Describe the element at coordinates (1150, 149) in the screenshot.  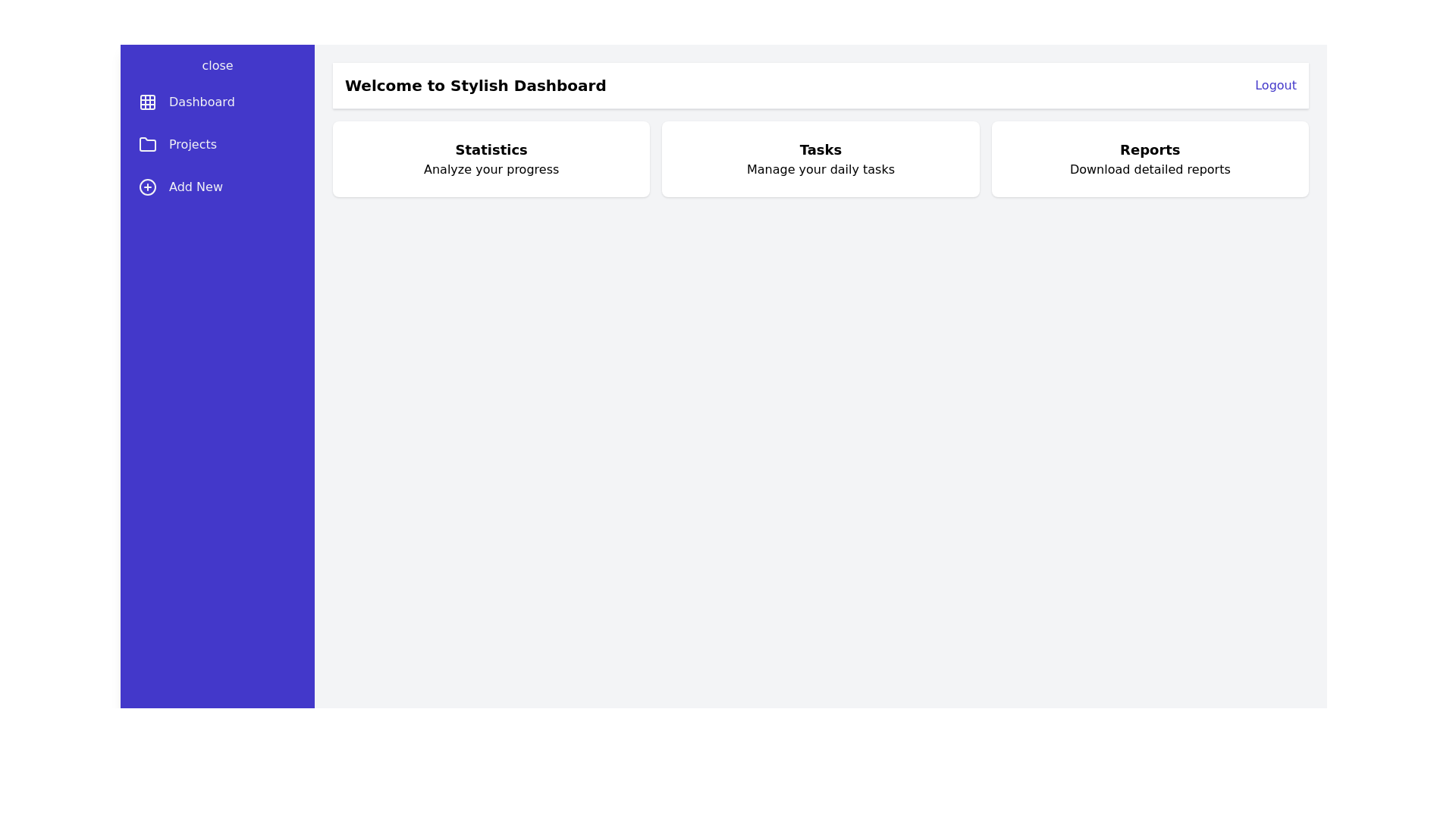
I see `the heading text for the 'Reports' section, which is located above 'Download detailed reports' in the top-right quadrant of the interface` at that location.